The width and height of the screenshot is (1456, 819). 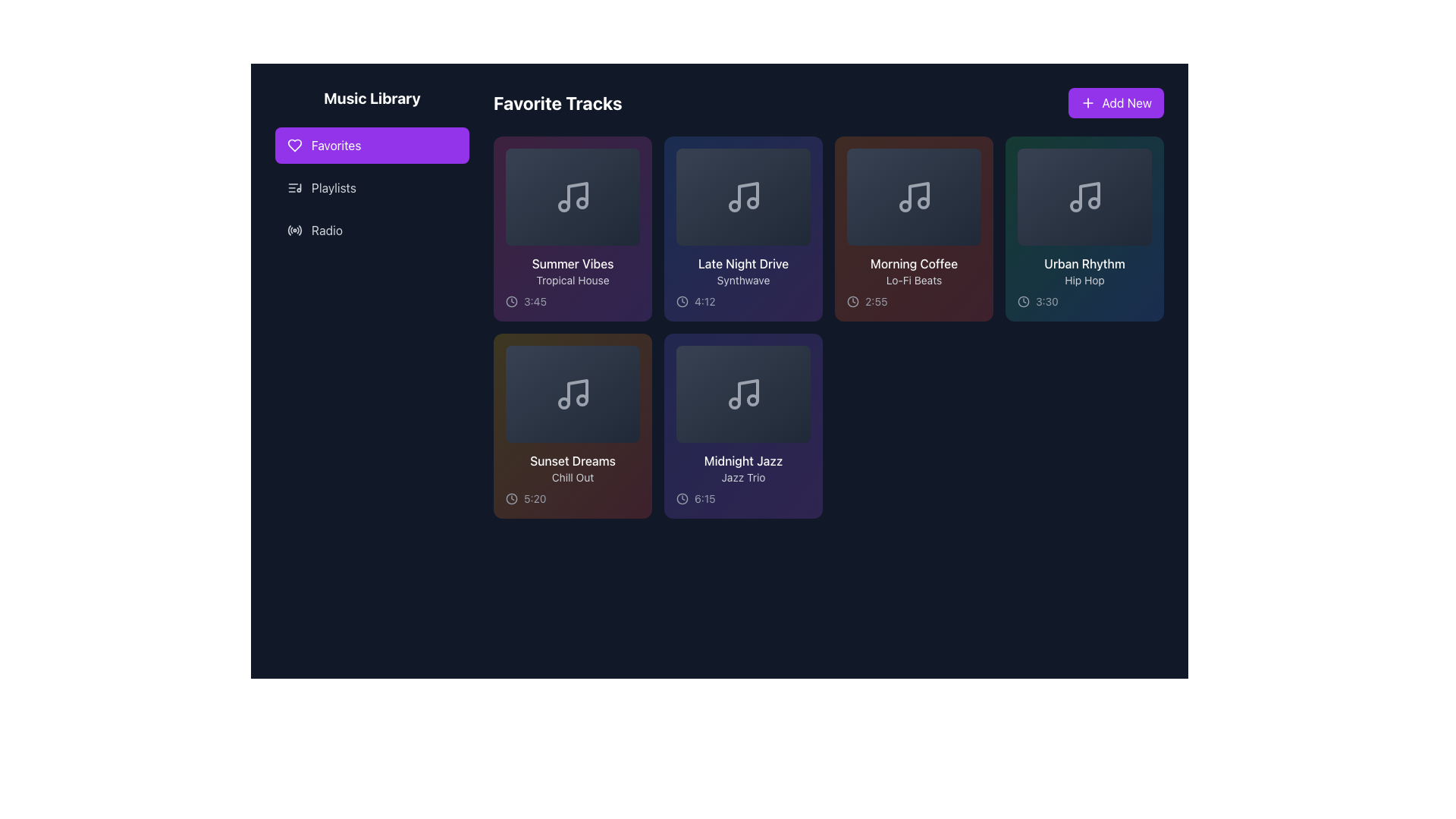 I want to click on text content of the label indicating the title 'Sunset Dreams', which is located in the second item of the lower row under 'Favorite Tracks', so click(x=572, y=460).